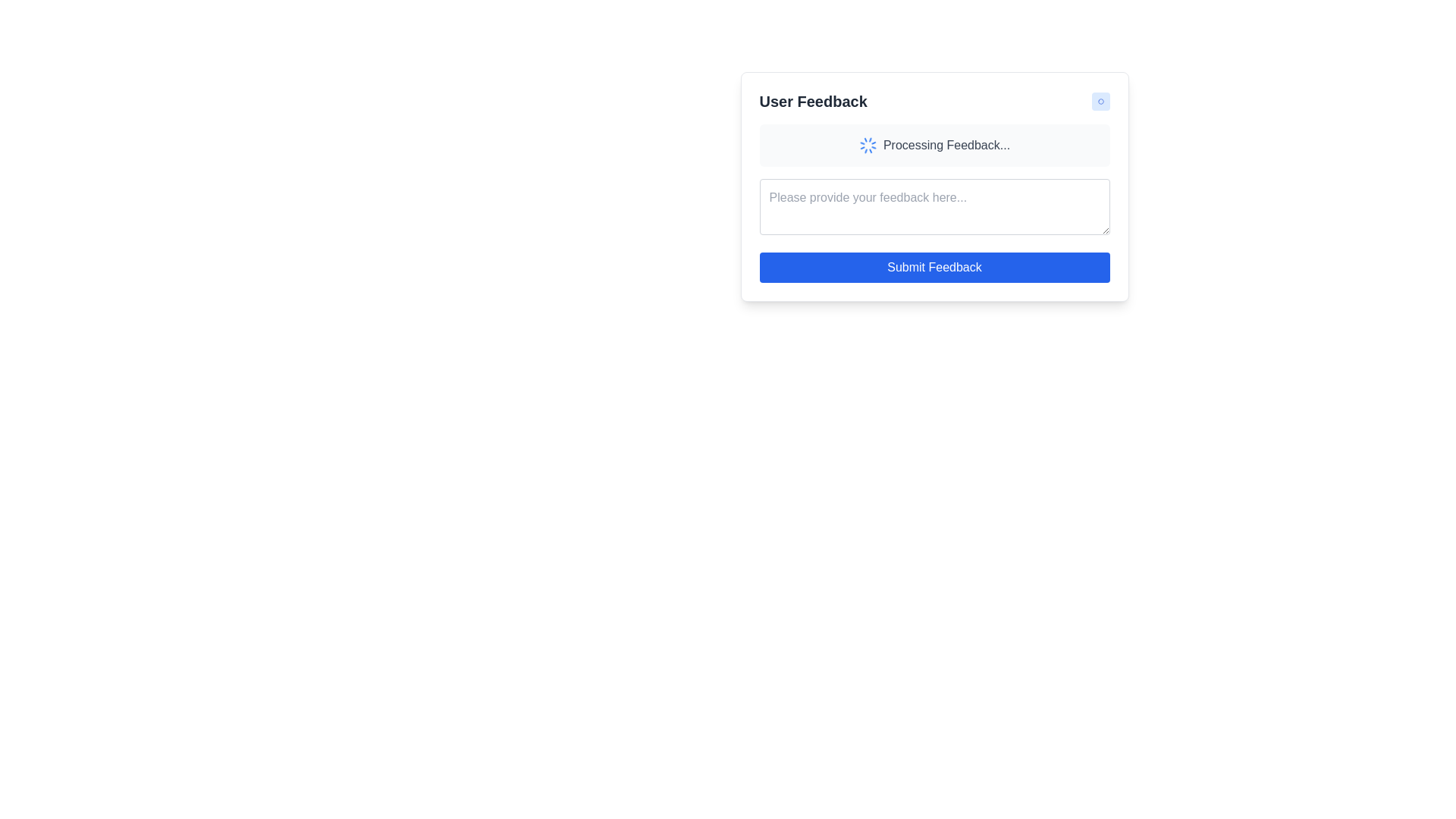 The width and height of the screenshot is (1456, 819). Describe the element at coordinates (812, 102) in the screenshot. I see `the bold, extra-large dark gray text labeled 'User Feedback' located in the header section of the feedback form` at that location.